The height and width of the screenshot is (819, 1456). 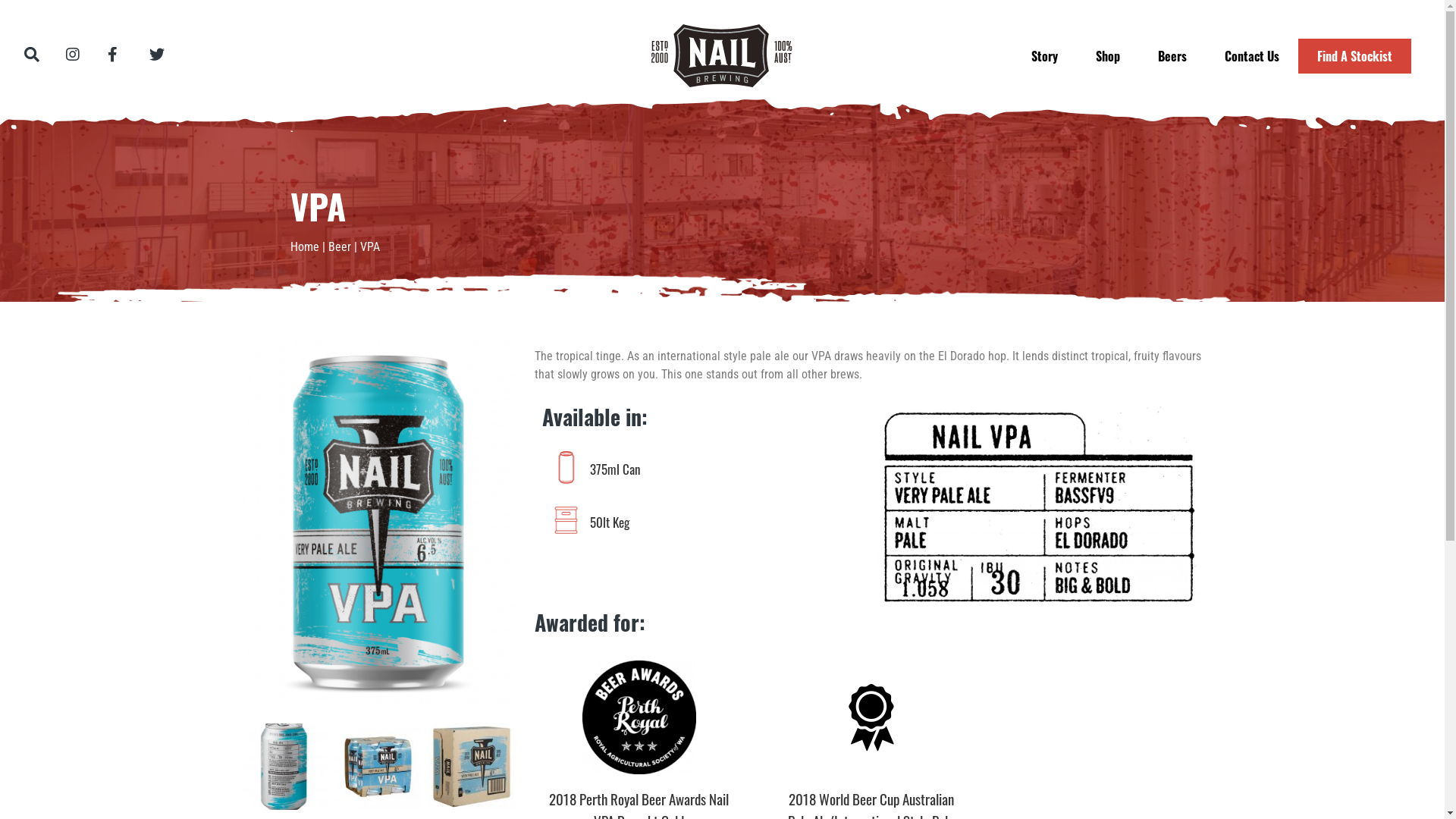 What do you see at coordinates (1043, 55) in the screenshot?
I see `'Story'` at bounding box center [1043, 55].